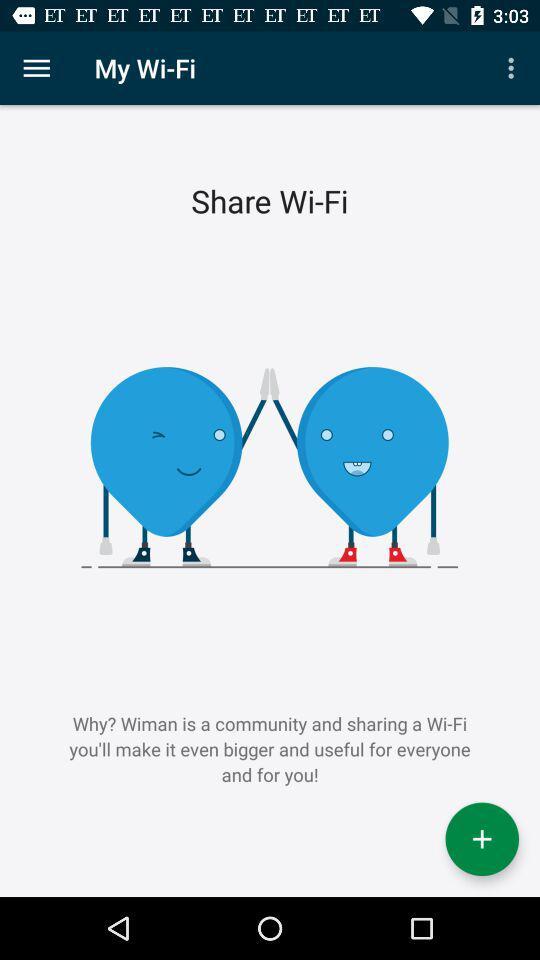 This screenshot has height=960, width=540. What do you see at coordinates (36, 68) in the screenshot?
I see `item above why wiman is icon` at bounding box center [36, 68].